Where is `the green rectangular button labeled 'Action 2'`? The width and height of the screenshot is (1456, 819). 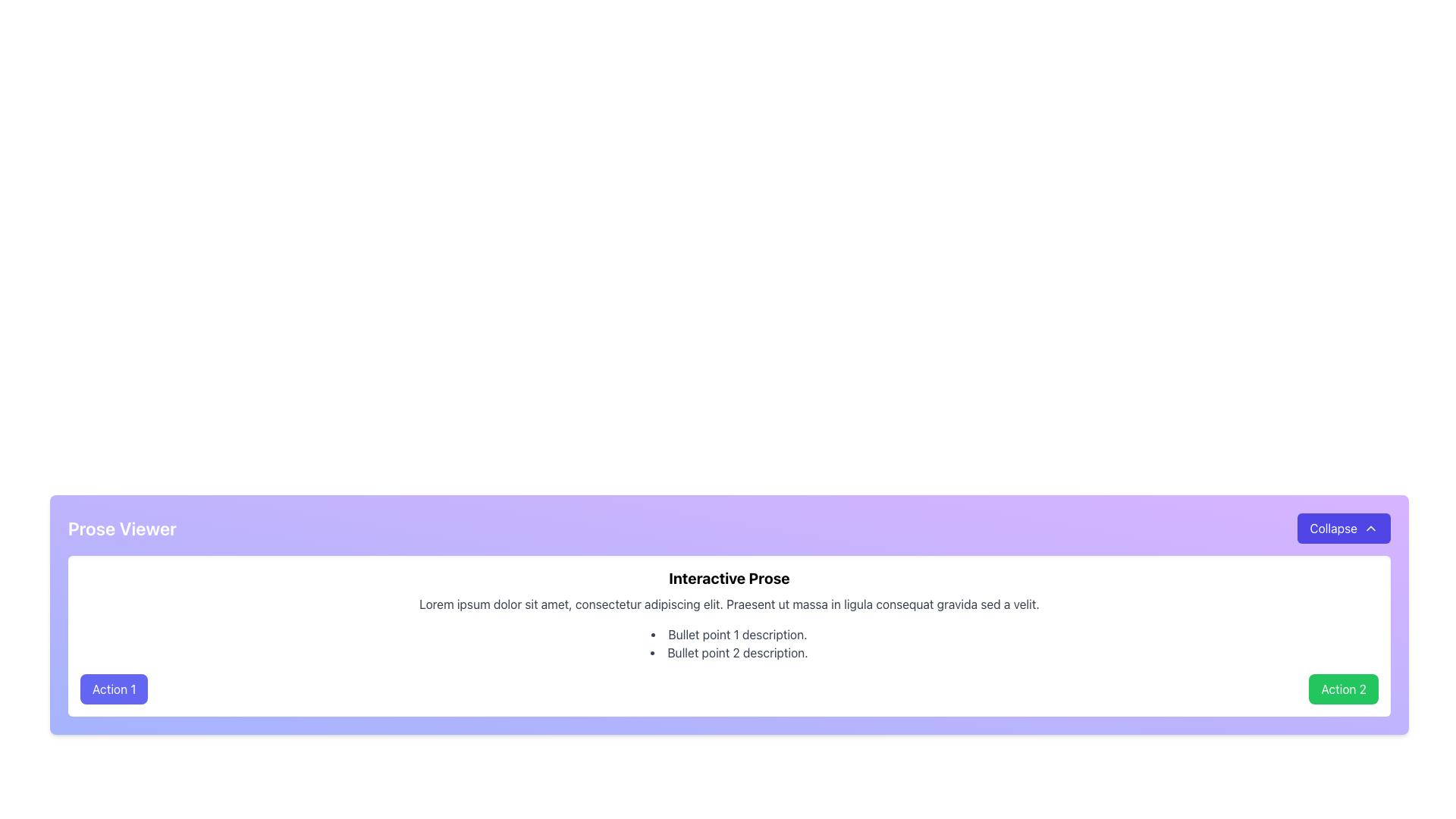
the green rectangular button labeled 'Action 2' is located at coordinates (1344, 689).